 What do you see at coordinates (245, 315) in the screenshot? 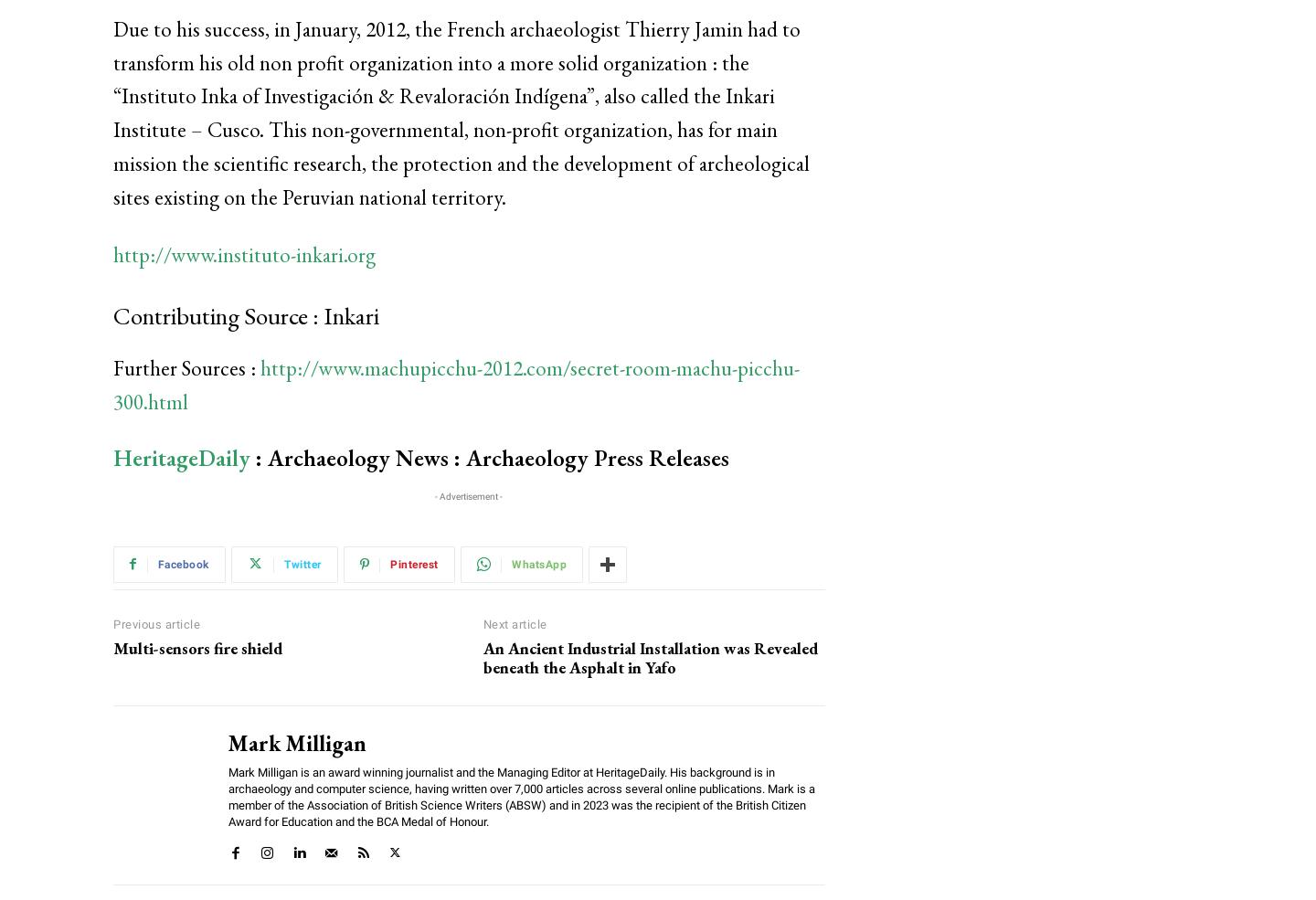
I see `'Contributing Source : Inkari'` at bounding box center [245, 315].